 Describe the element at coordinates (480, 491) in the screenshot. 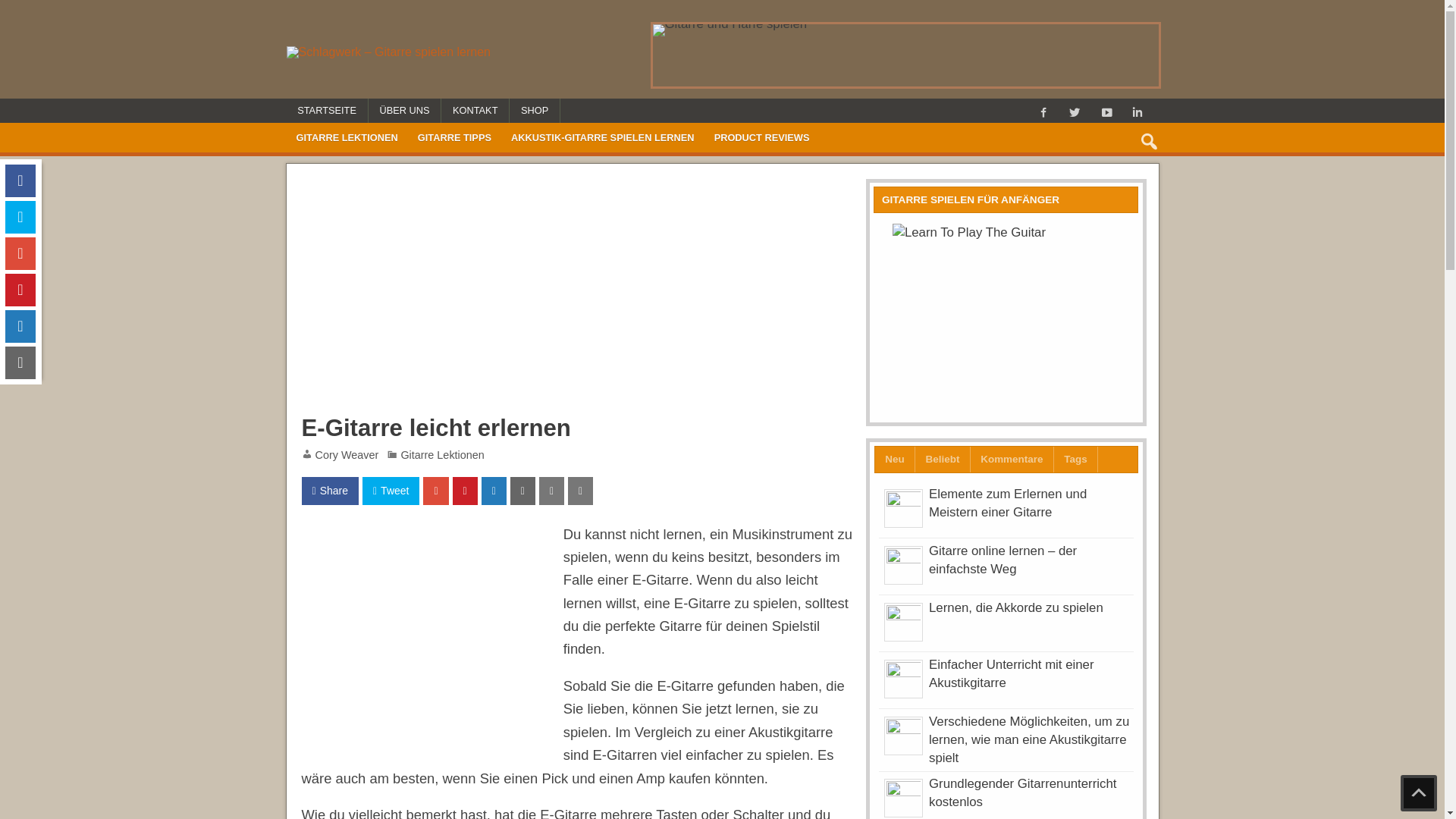

I see `'Share On Linkedin'` at that location.